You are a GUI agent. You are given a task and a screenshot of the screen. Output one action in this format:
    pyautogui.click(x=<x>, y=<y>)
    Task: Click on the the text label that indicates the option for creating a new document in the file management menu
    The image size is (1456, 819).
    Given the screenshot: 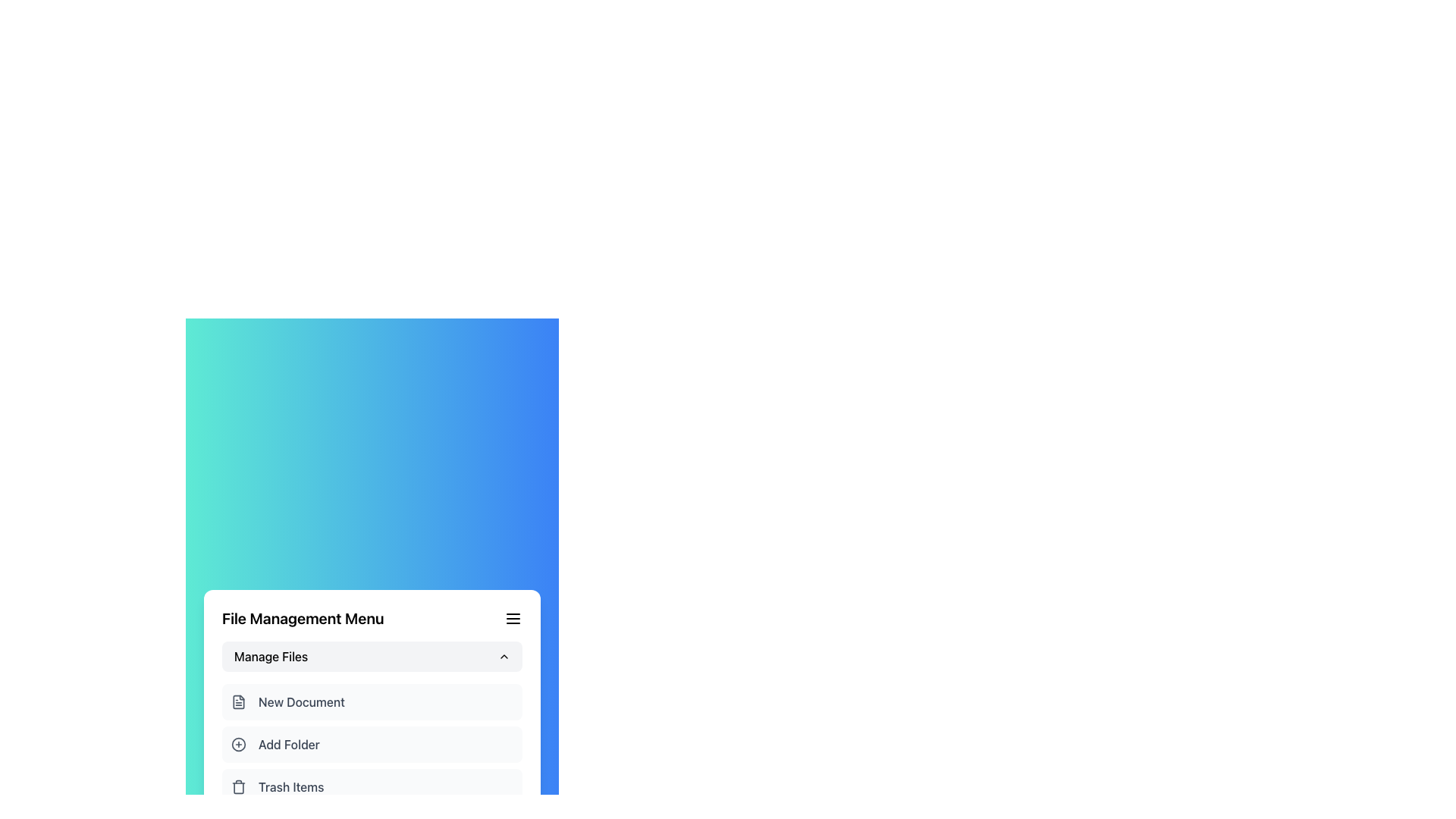 What is the action you would take?
    pyautogui.click(x=302, y=701)
    